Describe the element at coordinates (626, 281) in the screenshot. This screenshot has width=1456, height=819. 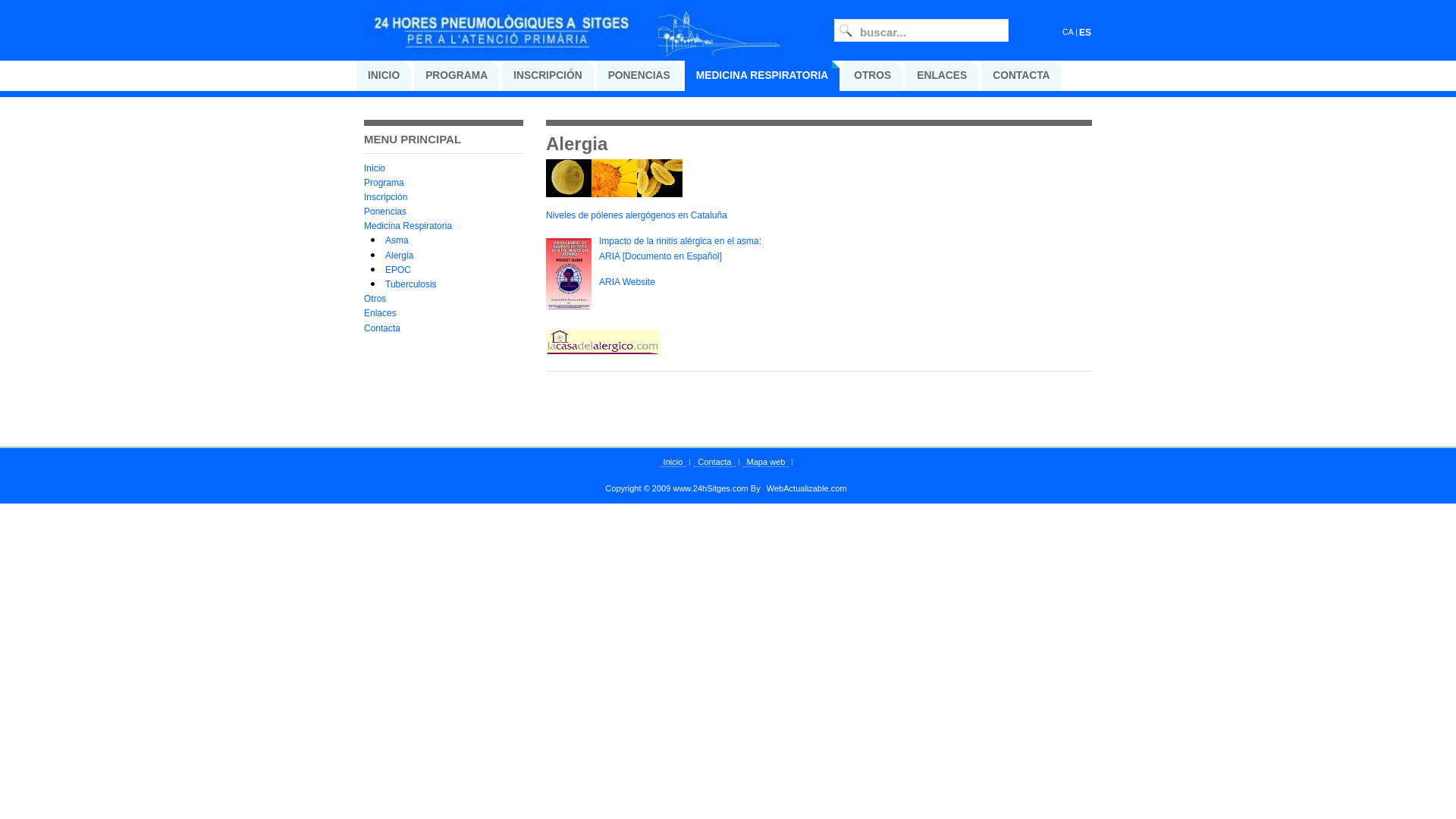
I see `'ARIA Website'` at that location.